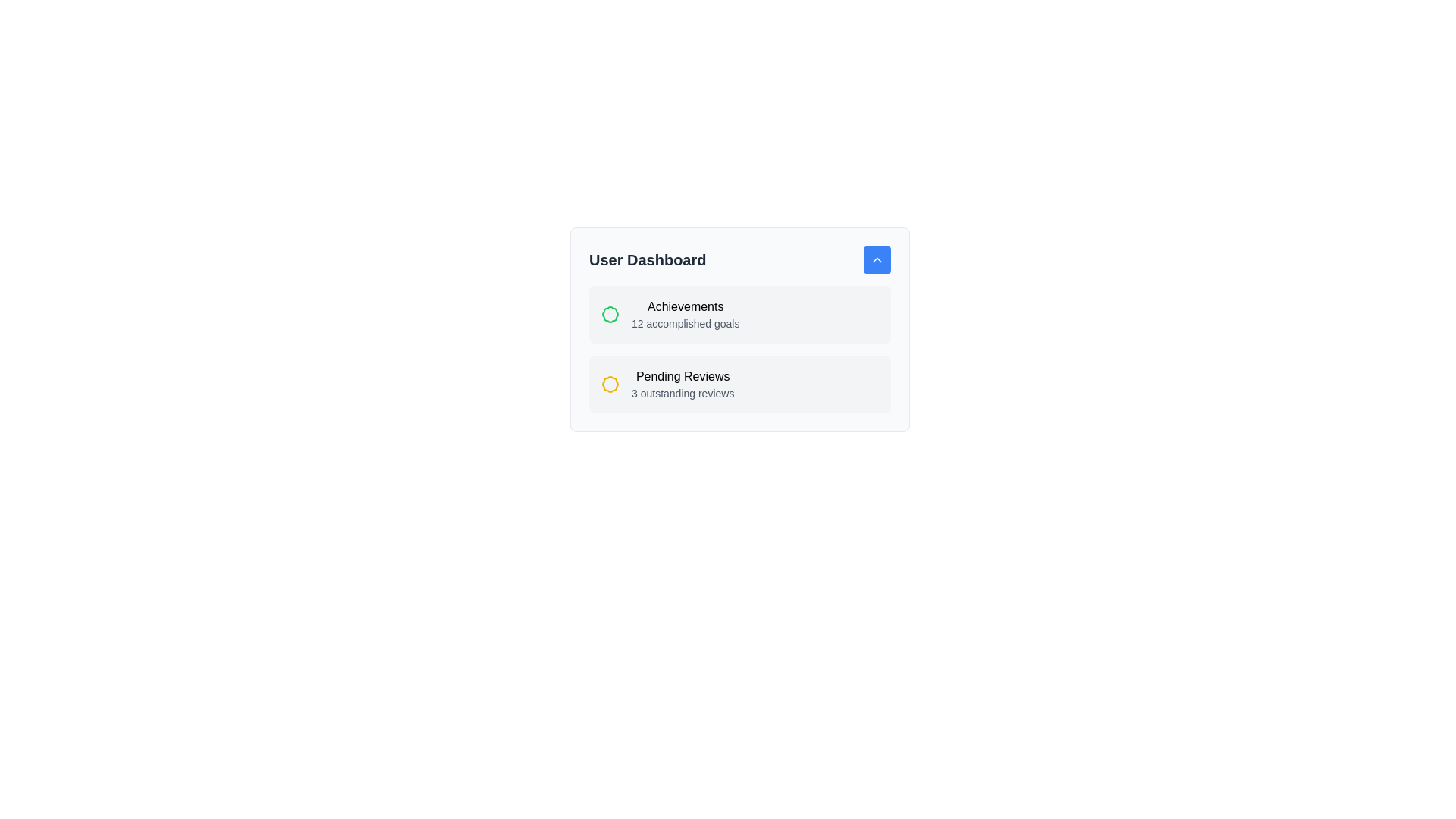 Image resolution: width=1456 pixels, height=819 pixels. What do you see at coordinates (739, 314) in the screenshot?
I see `the first accomplishments card, which summarizes the user's achievements and is located at the top of the vertical stack of cards` at bounding box center [739, 314].